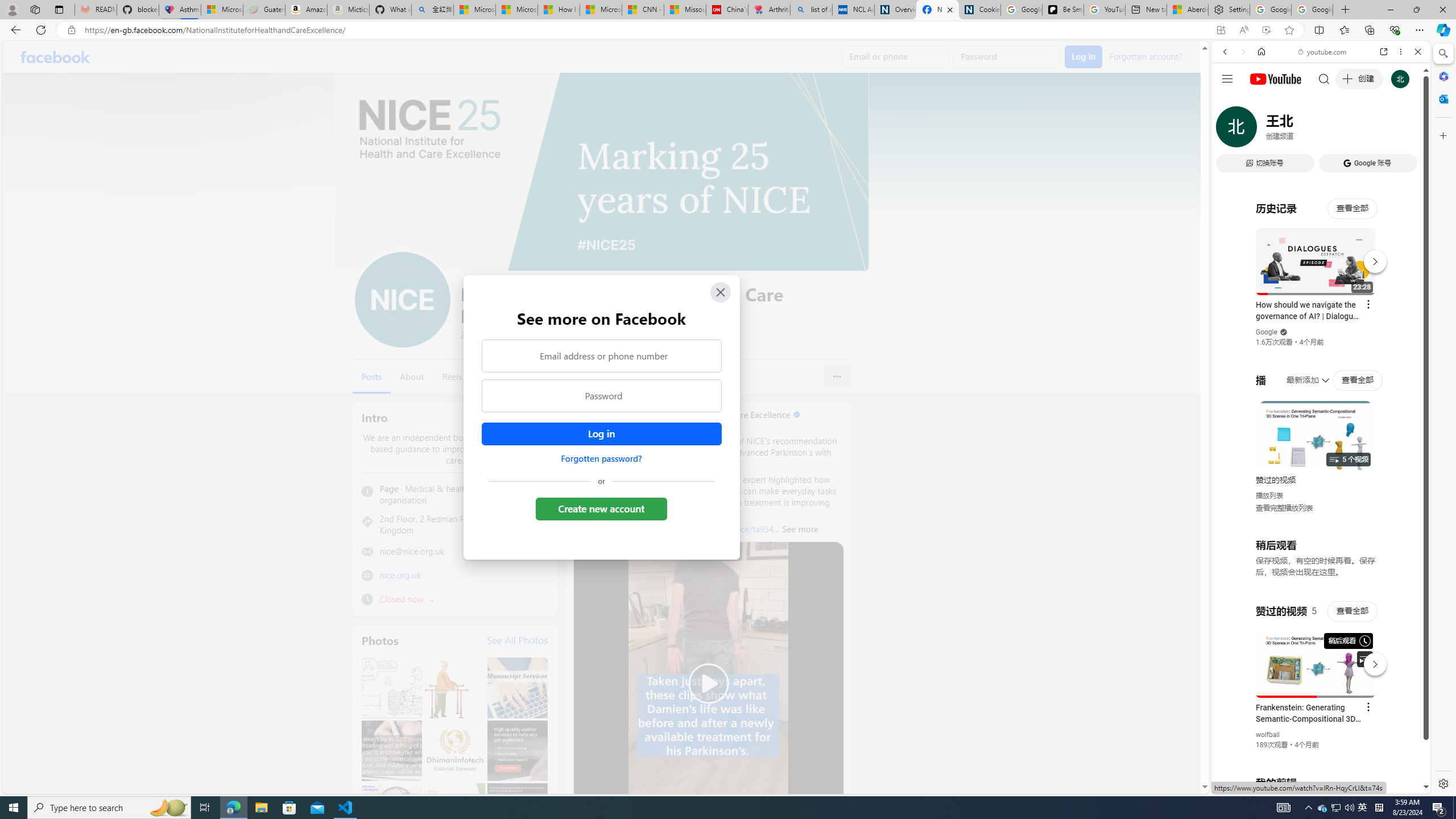 The image size is (1456, 819). Describe the element at coordinates (55, 56) in the screenshot. I see `'Facebook'` at that location.